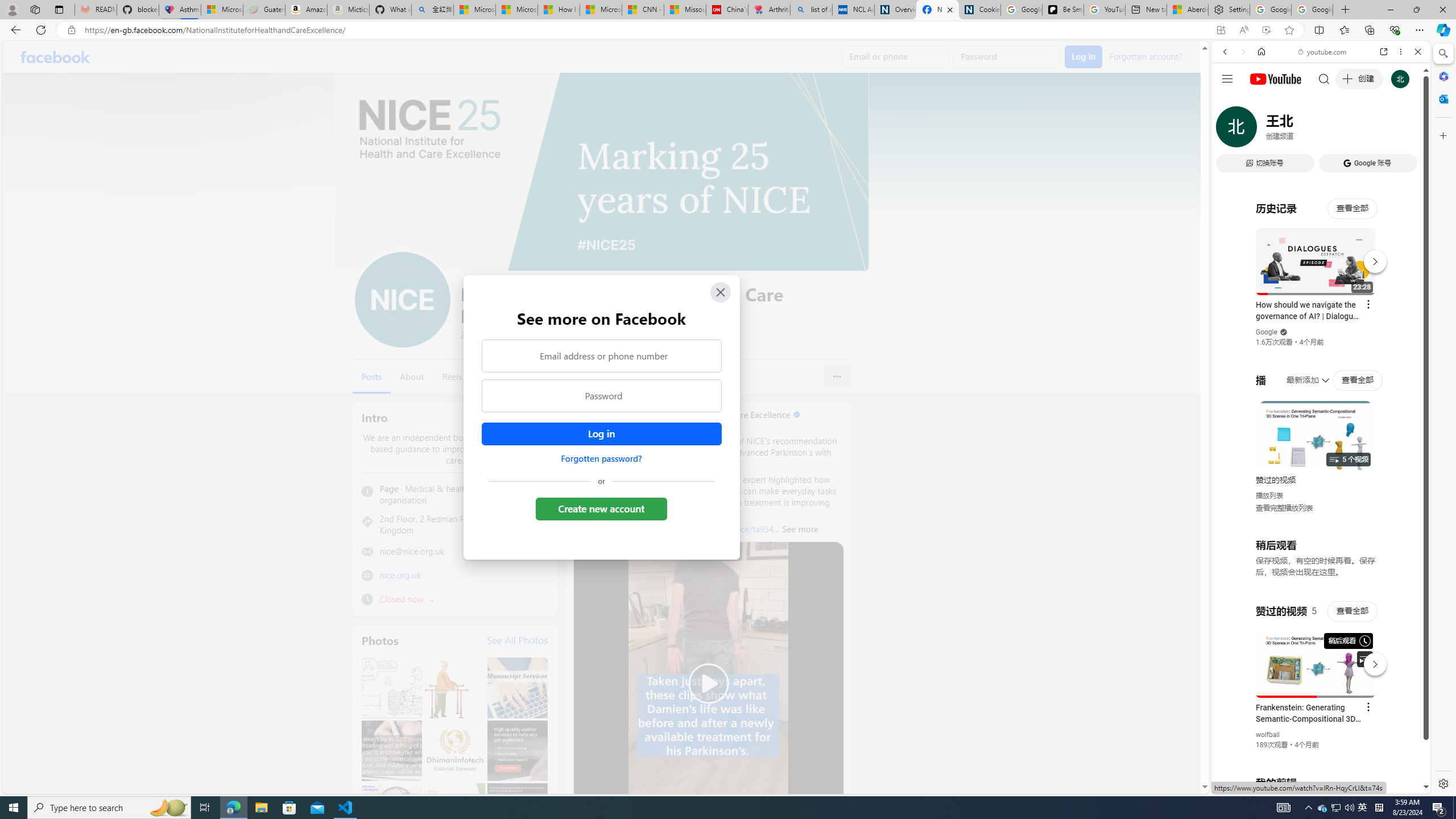 The image size is (1456, 819). Describe the element at coordinates (55, 56) in the screenshot. I see `'Facebook'` at that location.